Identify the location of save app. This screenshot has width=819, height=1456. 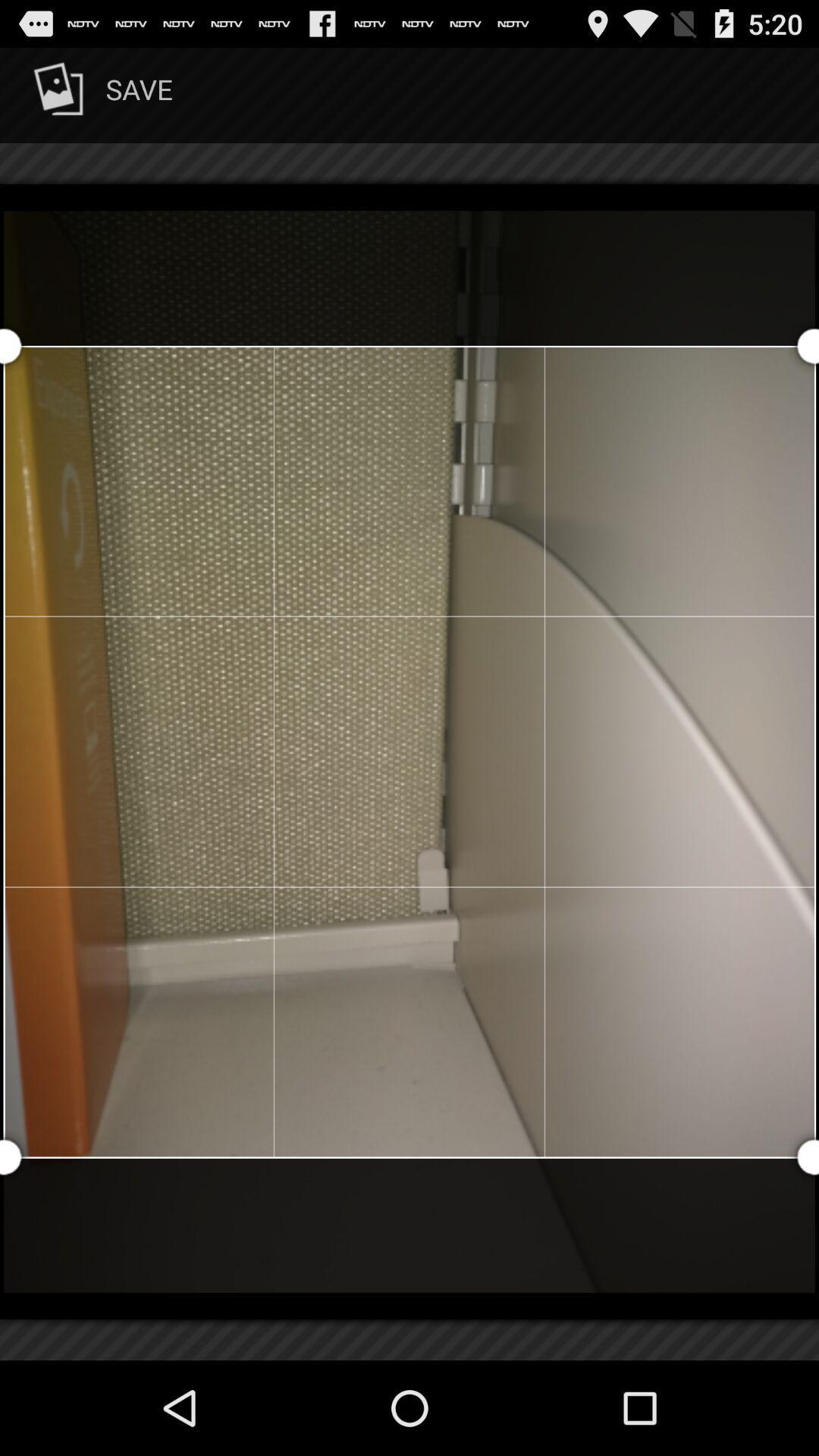
(100, 94).